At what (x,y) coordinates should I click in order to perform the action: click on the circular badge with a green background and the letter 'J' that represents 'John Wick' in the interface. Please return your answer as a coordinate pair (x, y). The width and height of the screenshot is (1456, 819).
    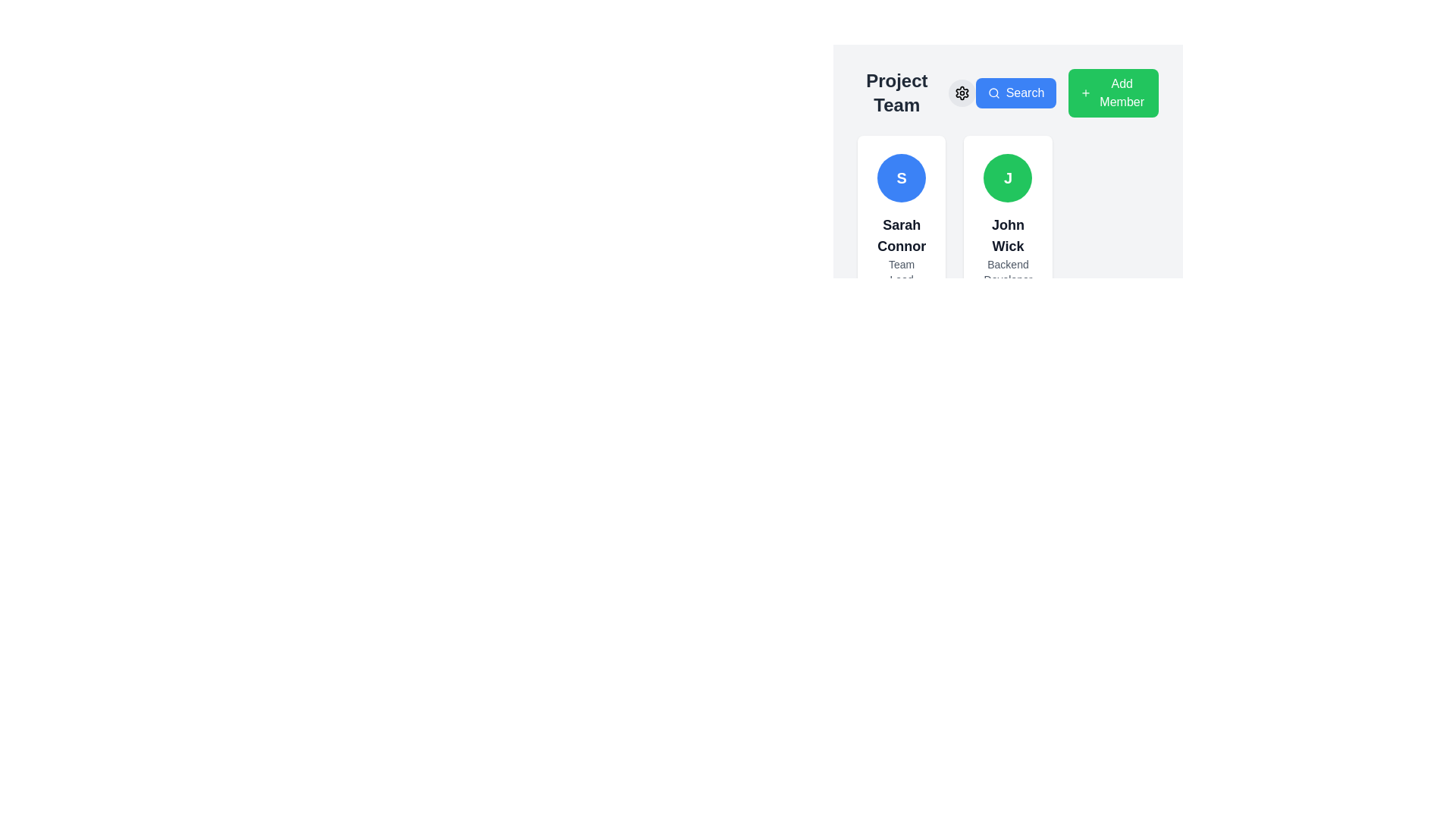
    Looking at the image, I should click on (1008, 177).